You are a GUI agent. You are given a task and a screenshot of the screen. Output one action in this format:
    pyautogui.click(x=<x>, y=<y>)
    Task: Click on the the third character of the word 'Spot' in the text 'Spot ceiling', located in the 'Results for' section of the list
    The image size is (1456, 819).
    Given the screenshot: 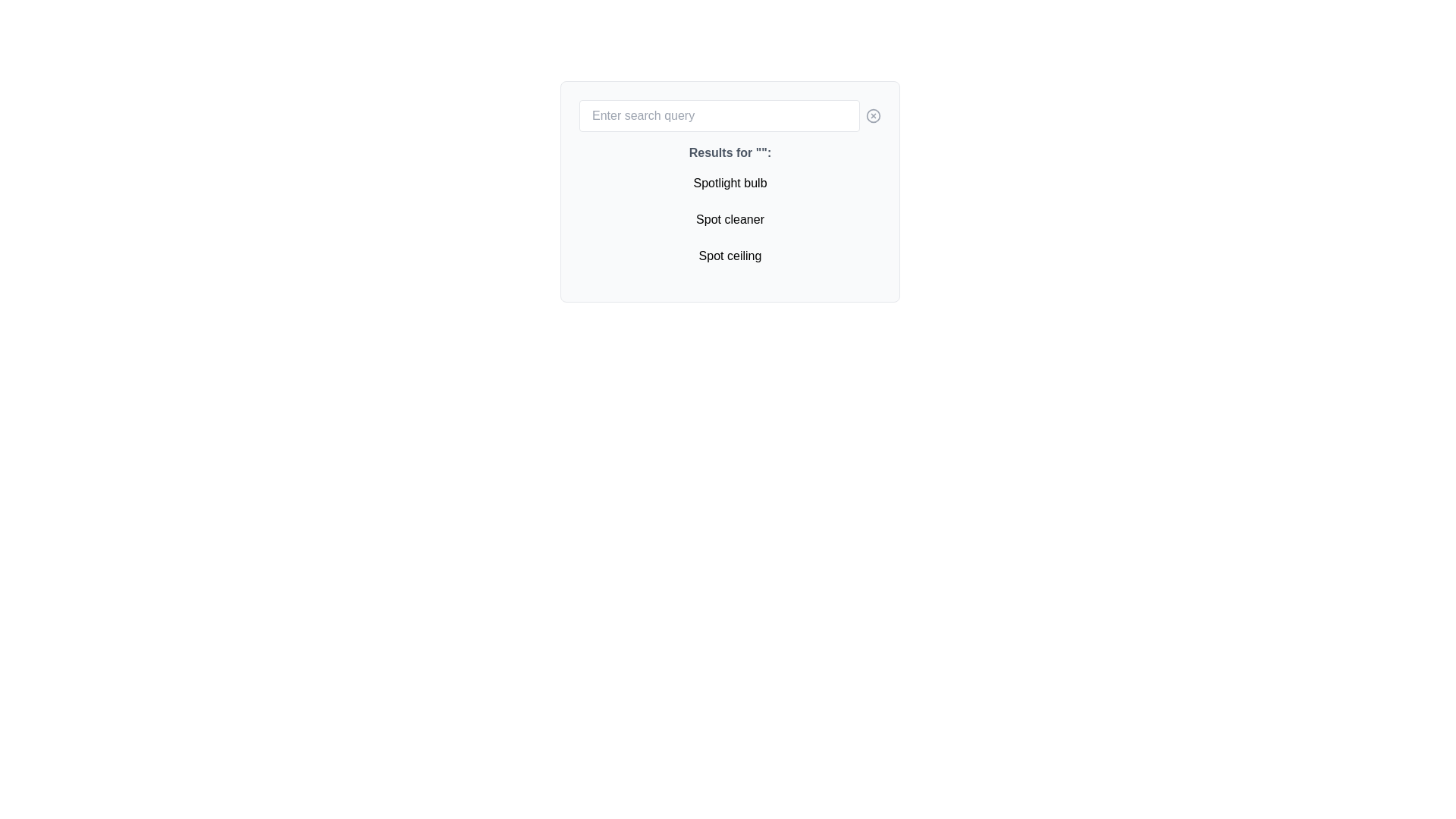 What is the action you would take?
    pyautogui.click(x=709, y=255)
    